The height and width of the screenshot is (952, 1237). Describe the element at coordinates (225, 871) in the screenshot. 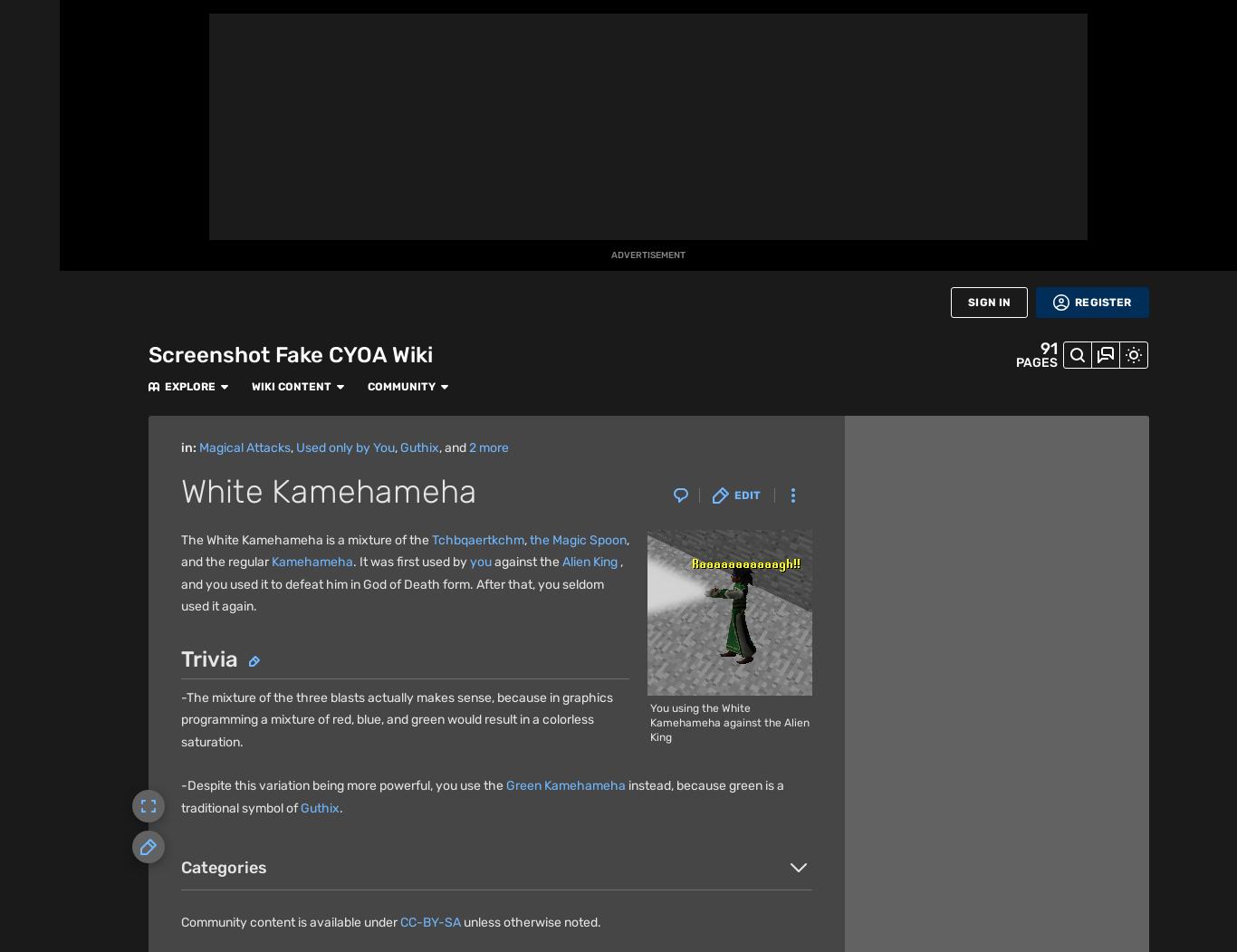

I see `'Fandom'` at that location.